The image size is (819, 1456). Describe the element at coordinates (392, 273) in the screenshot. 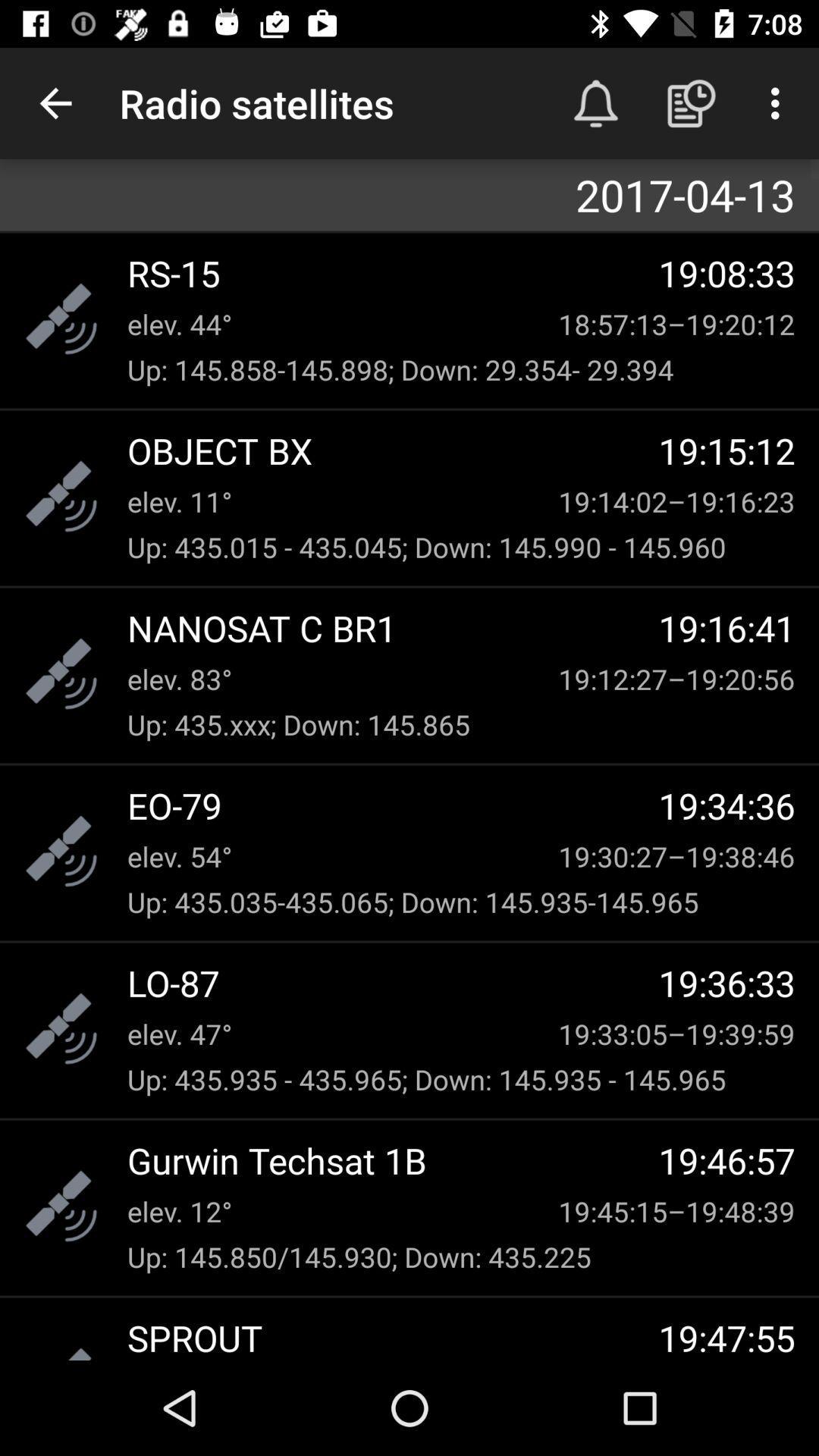

I see `item below 2017-04-13 item` at that location.